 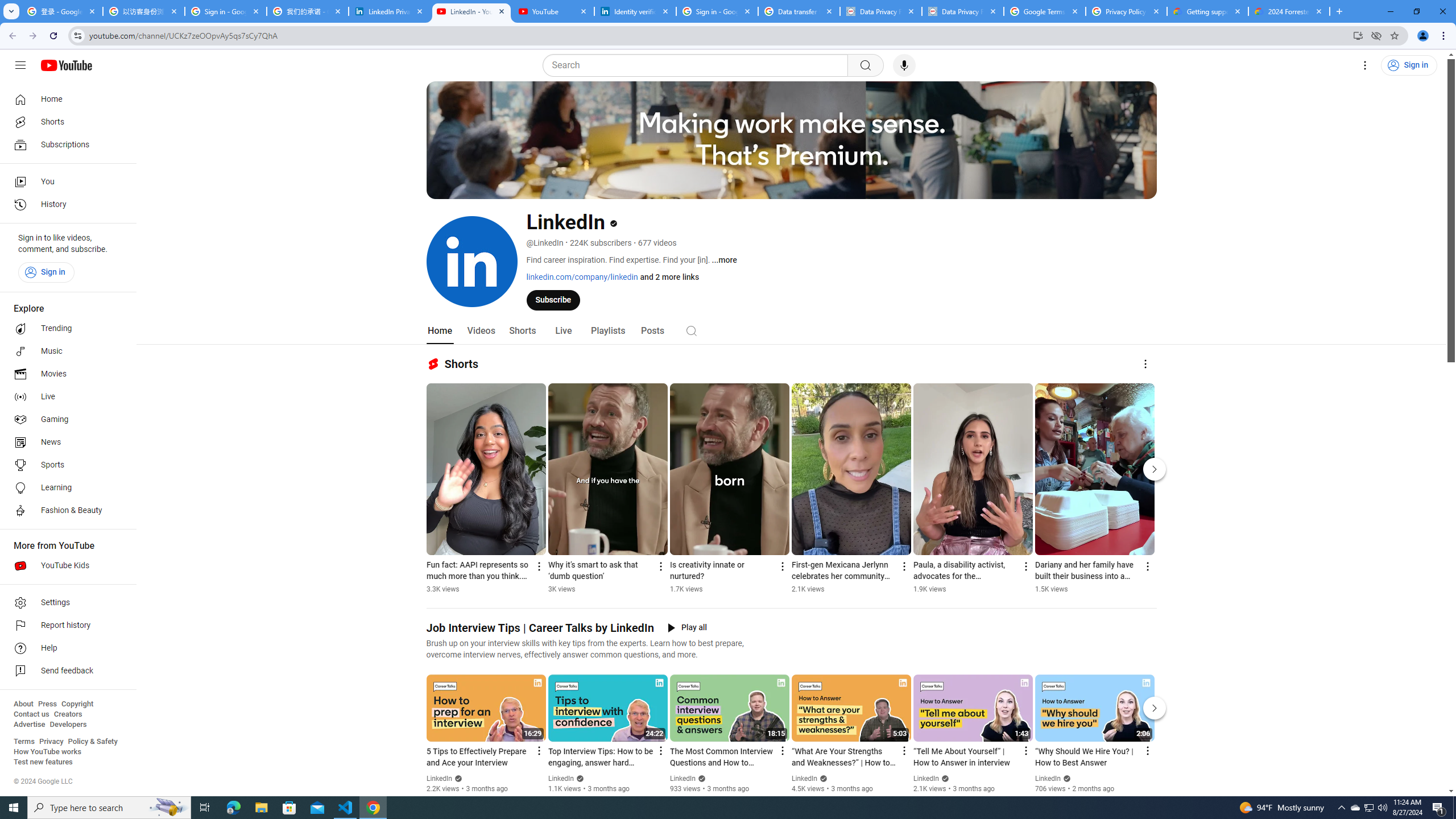 I want to click on 'Job Interview Tips | Career Talks by LinkedIn', so click(x=540, y=627).